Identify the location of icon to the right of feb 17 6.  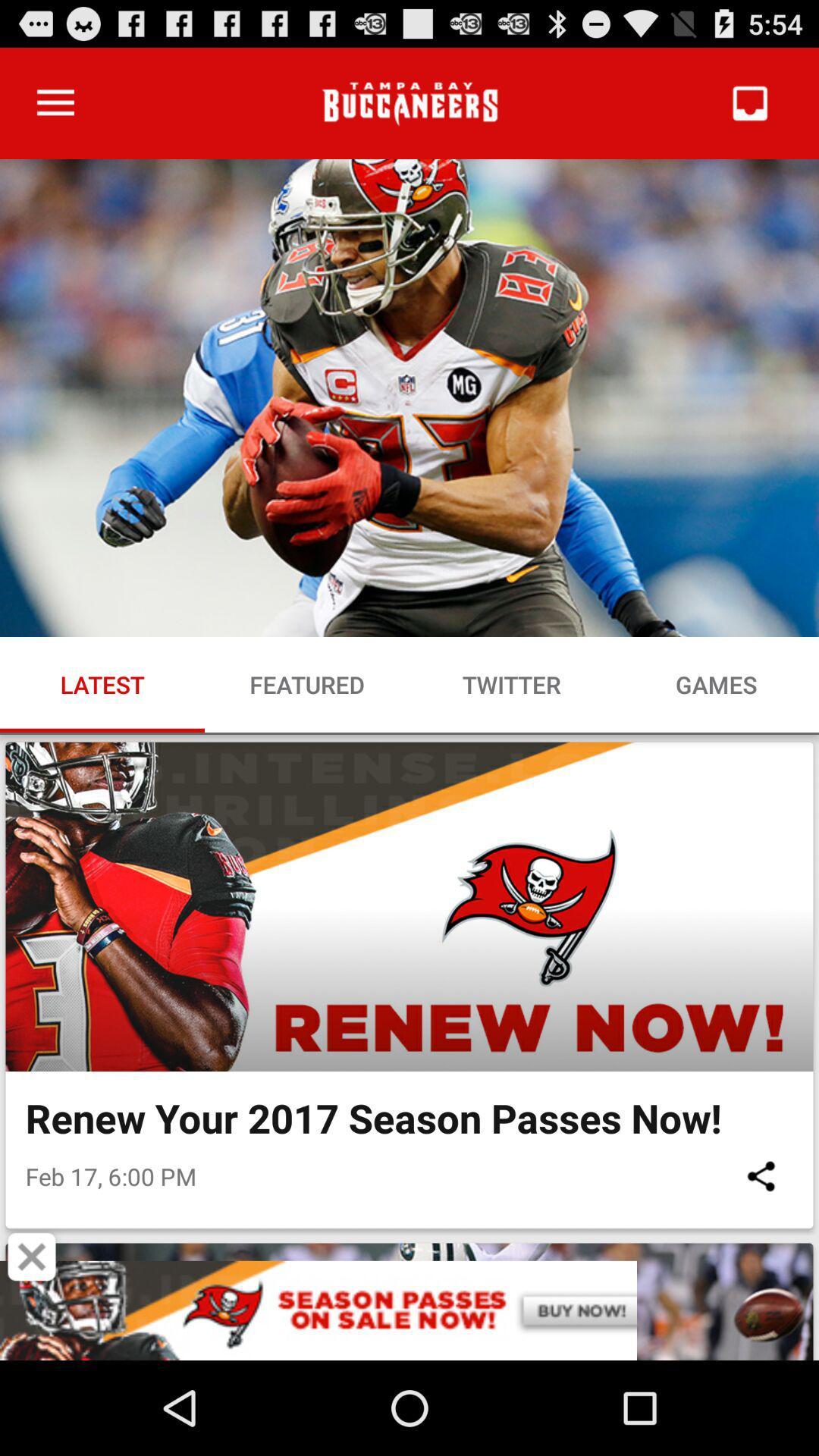
(761, 1175).